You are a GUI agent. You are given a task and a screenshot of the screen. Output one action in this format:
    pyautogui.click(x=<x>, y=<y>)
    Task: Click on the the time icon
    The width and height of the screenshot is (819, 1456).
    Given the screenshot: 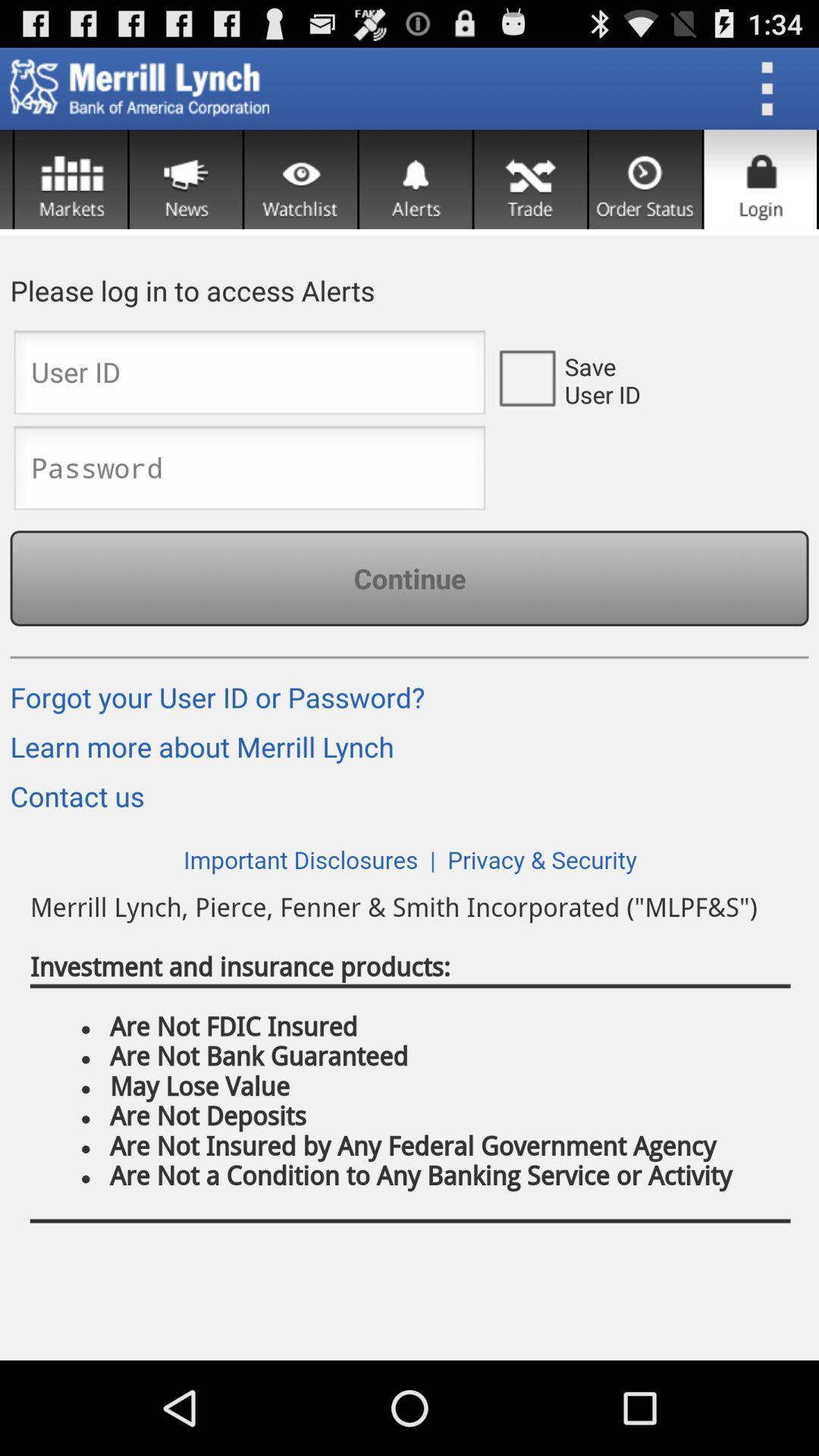 What is the action you would take?
    pyautogui.click(x=645, y=191)
    